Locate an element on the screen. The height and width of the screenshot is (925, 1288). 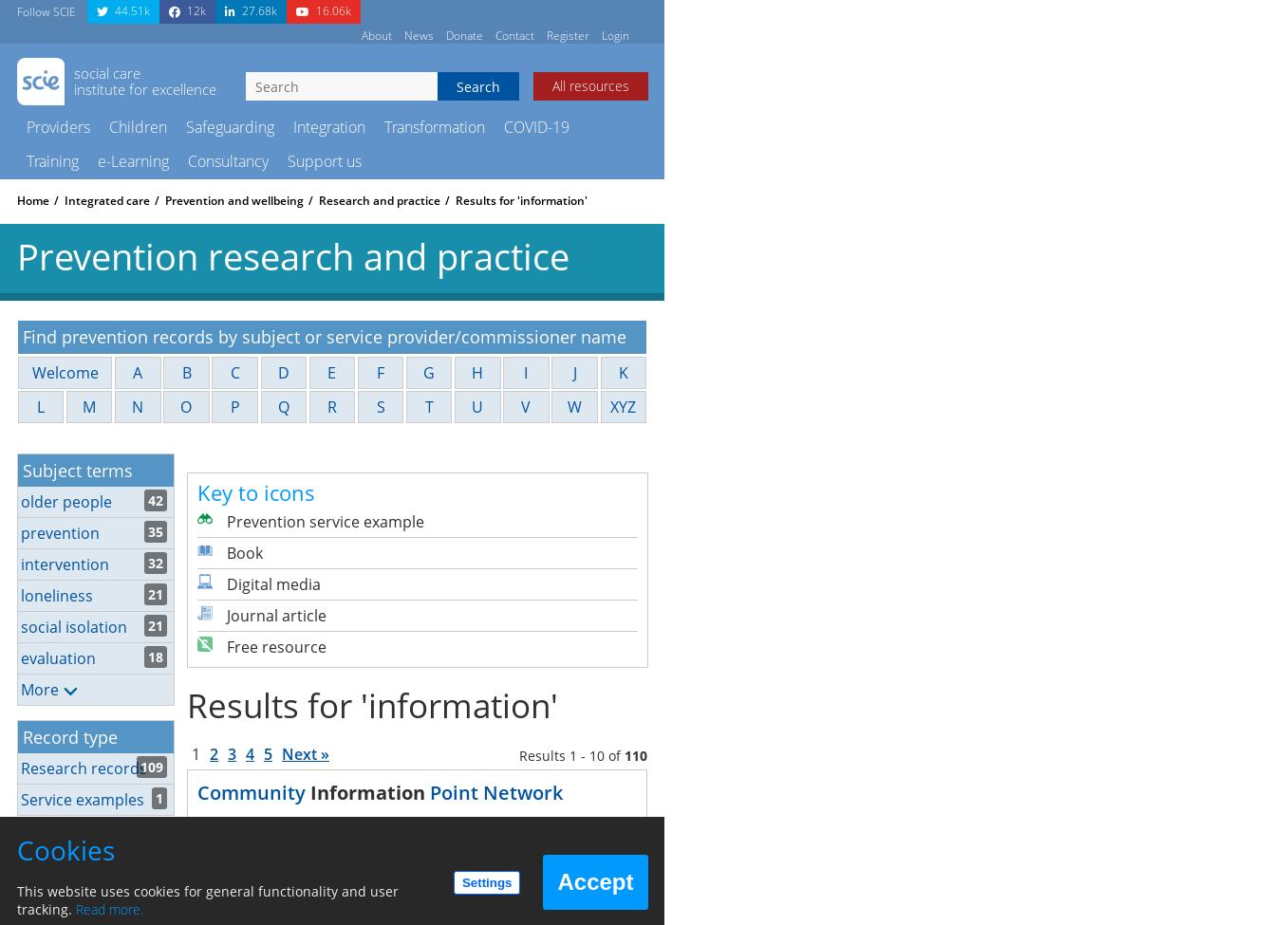
'B' is located at coordinates (185, 372).